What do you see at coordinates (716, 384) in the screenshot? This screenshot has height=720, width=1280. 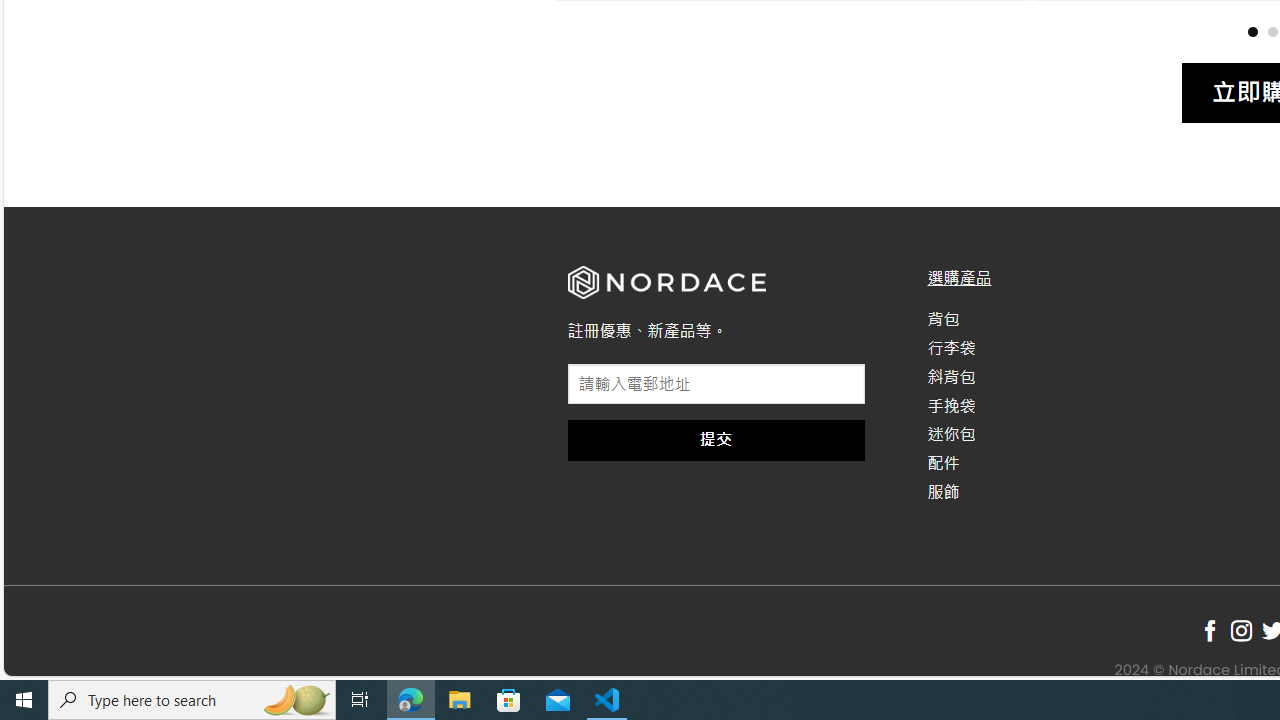 I see `'AutomationID: input_4_1'` at bounding box center [716, 384].